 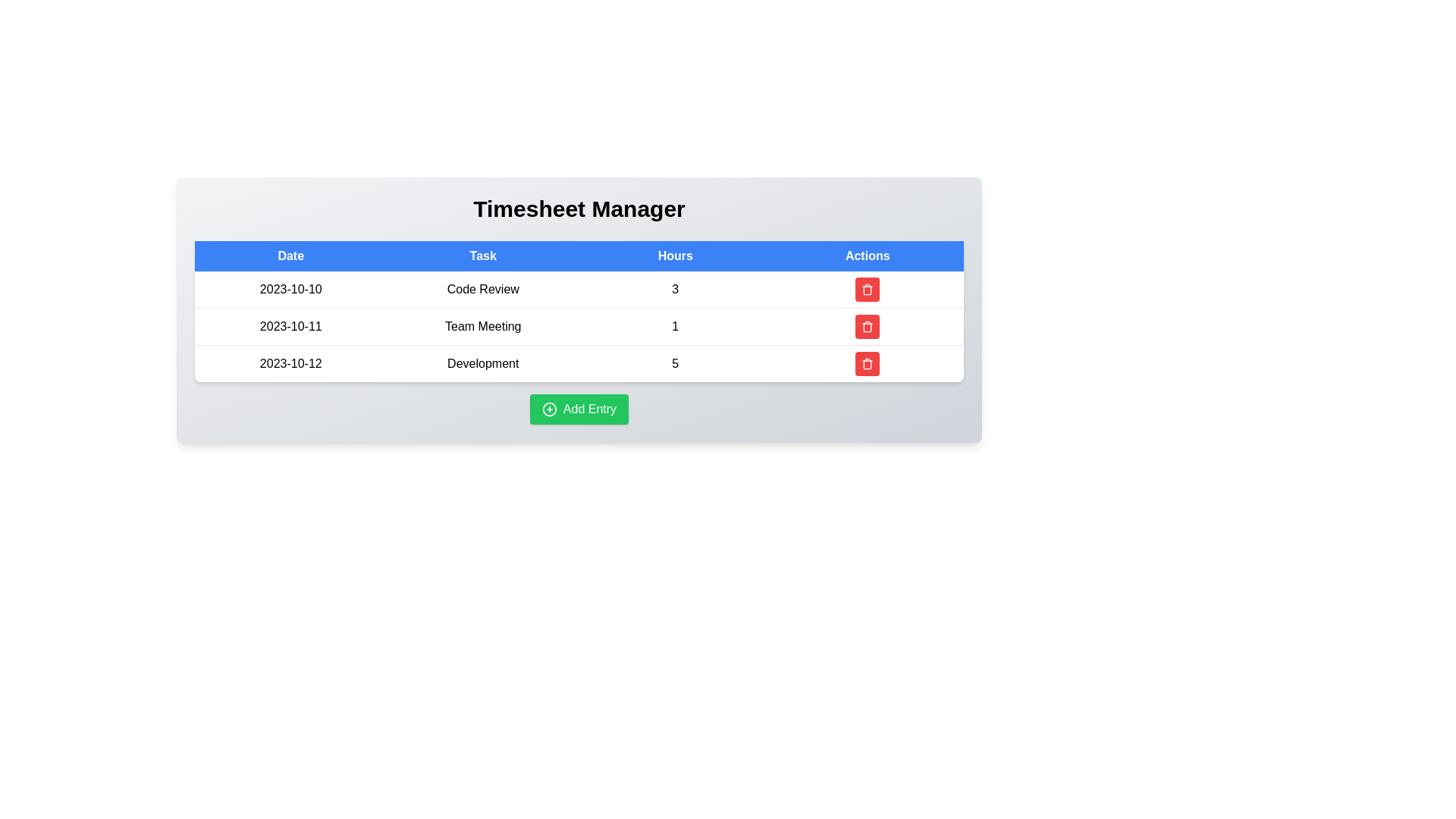 What do you see at coordinates (868, 363) in the screenshot?
I see `the delete button located in the 'Actions' column of the table's bottom row for the entry dated '2023-10-12 Development' to trigger the hover effect` at bounding box center [868, 363].